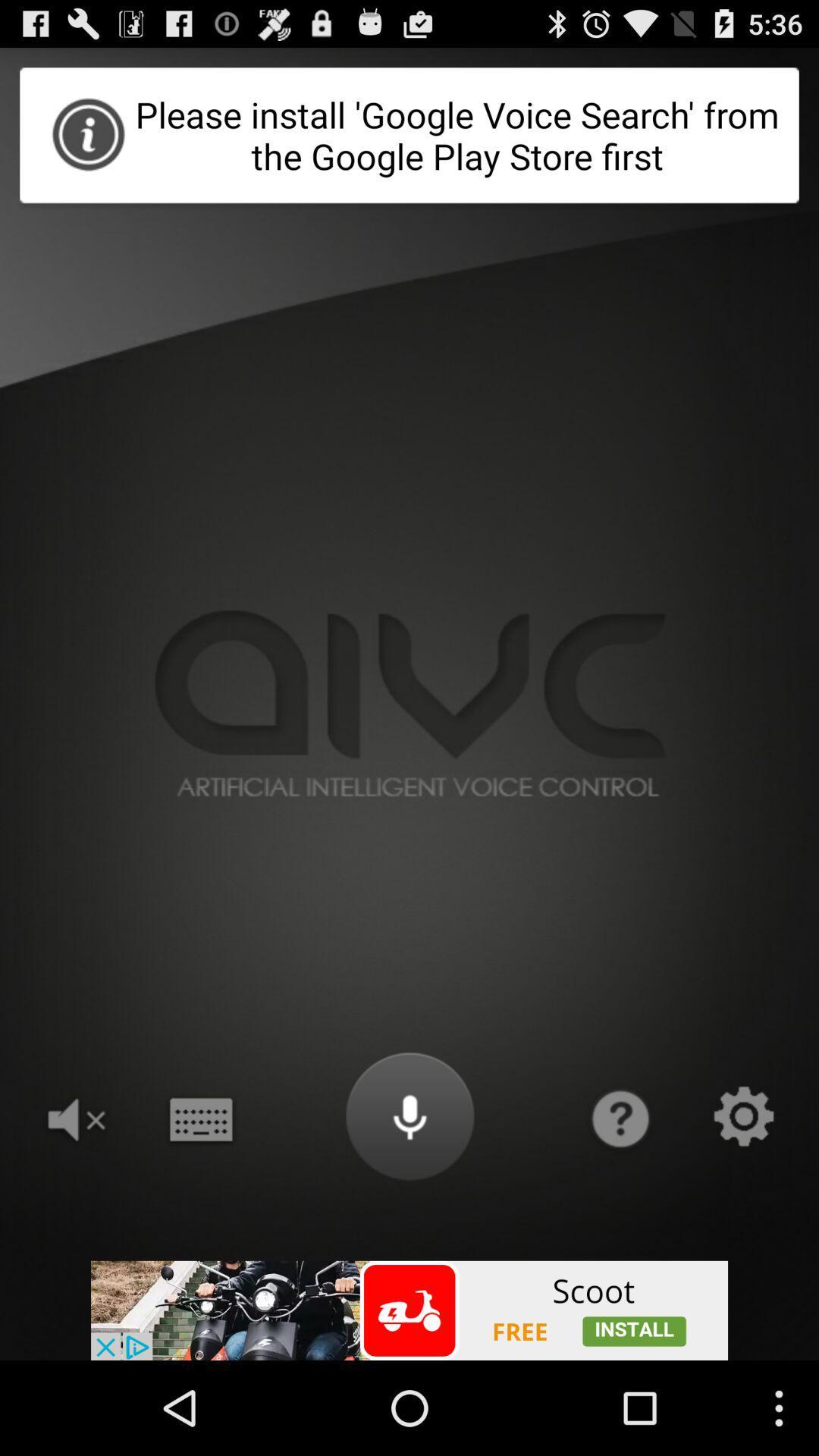  Describe the element at coordinates (619, 1194) in the screenshot. I see `the help icon` at that location.